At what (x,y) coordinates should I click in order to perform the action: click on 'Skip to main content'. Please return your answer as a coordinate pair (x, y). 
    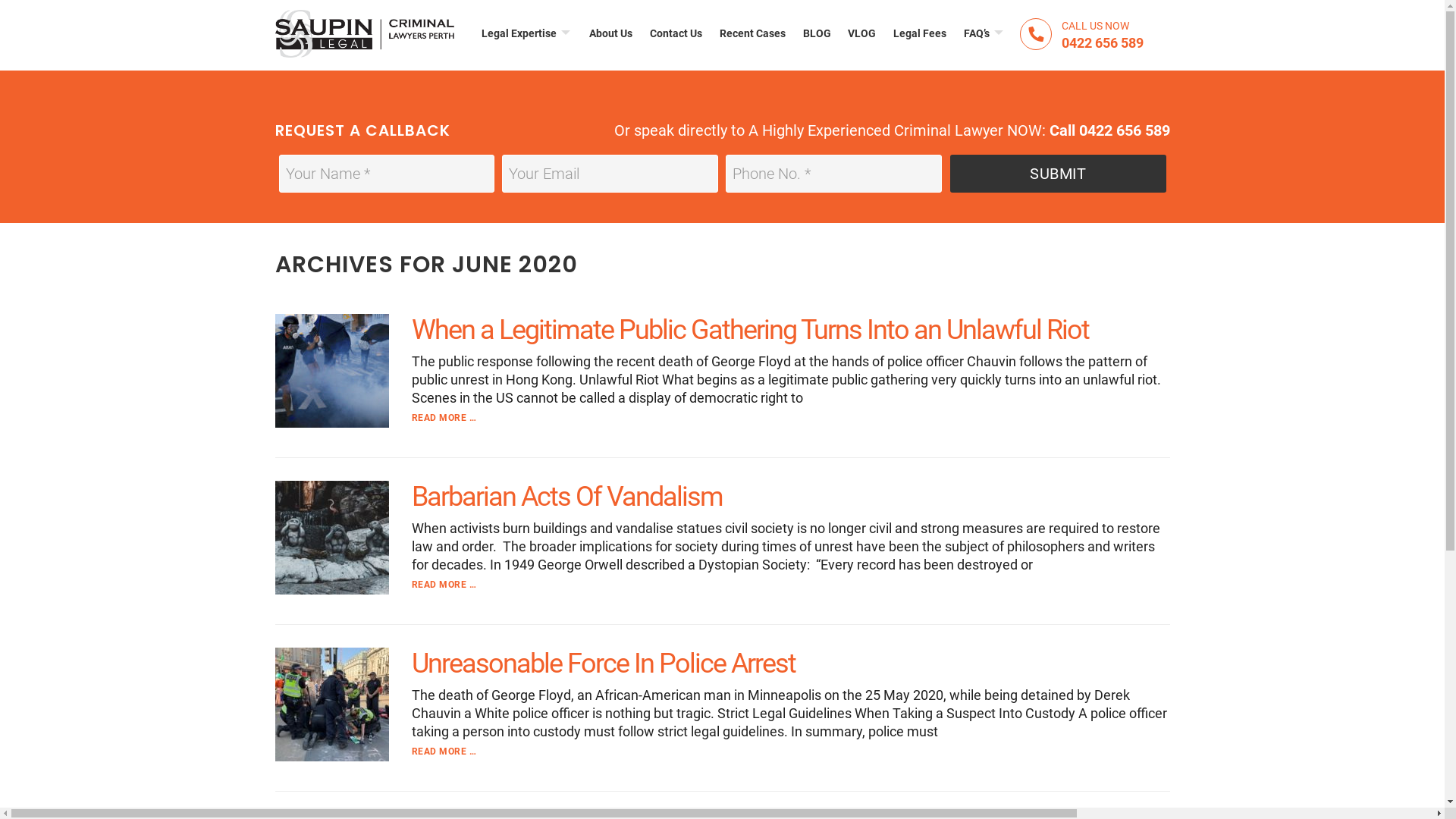
    Looking at the image, I should click on (0, 0).